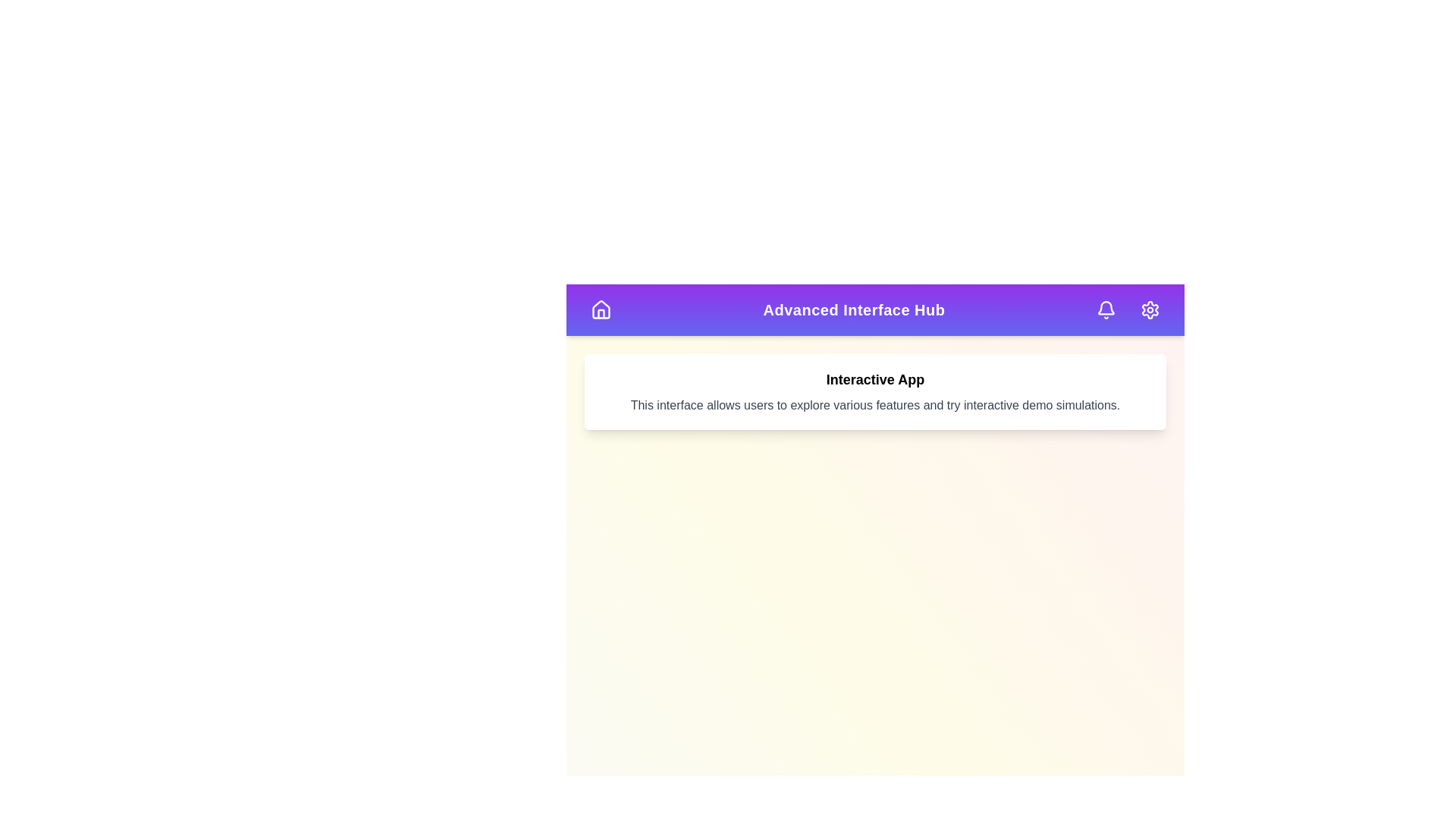  What do you see at coordinates (1106, 309) in the screenshot?
I see `the notifications button to view alerts` at bounding box center [1106, 309].